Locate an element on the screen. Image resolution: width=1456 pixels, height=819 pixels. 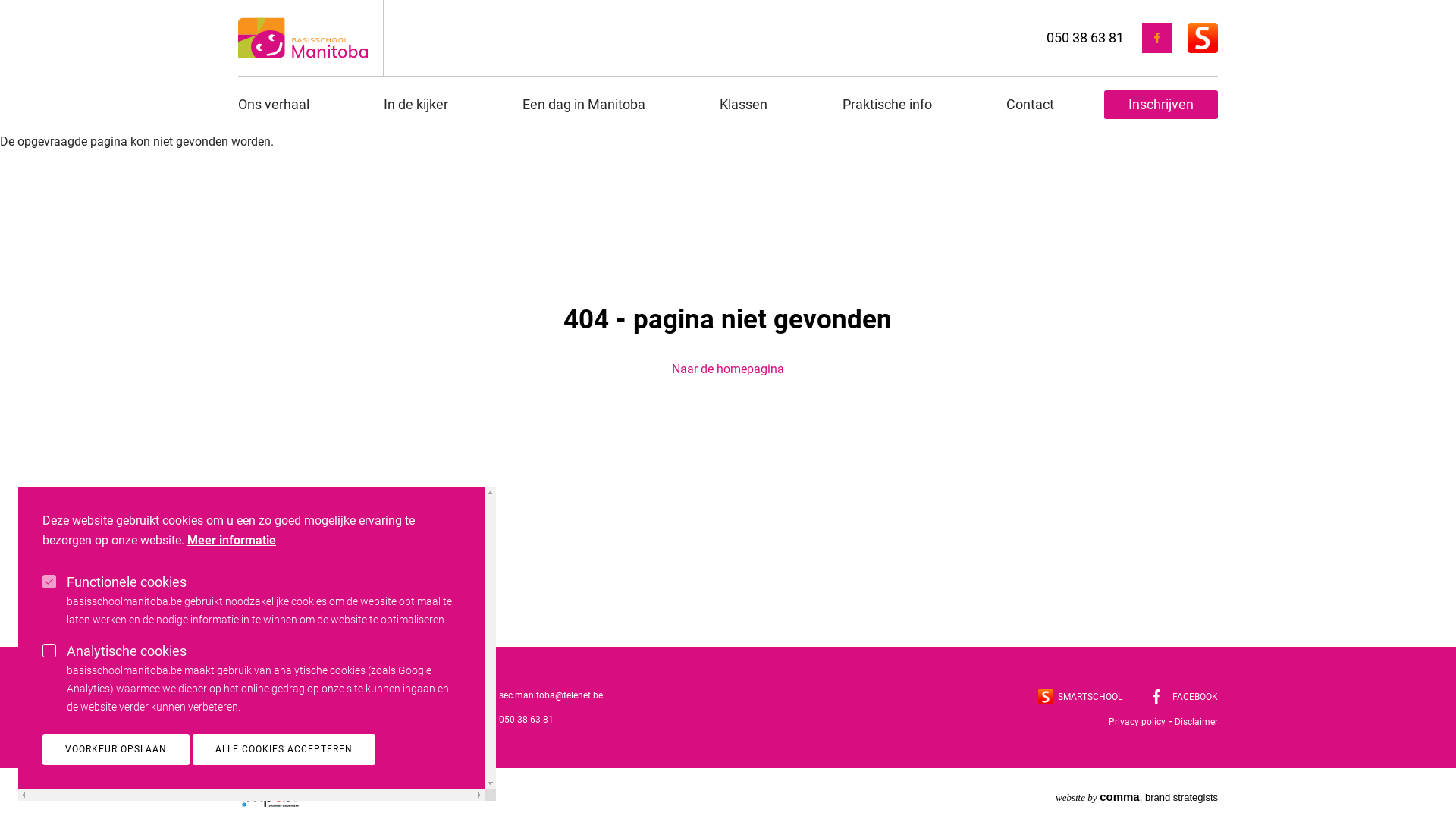
'Meer informatie' is located at coordinates (186, 540).